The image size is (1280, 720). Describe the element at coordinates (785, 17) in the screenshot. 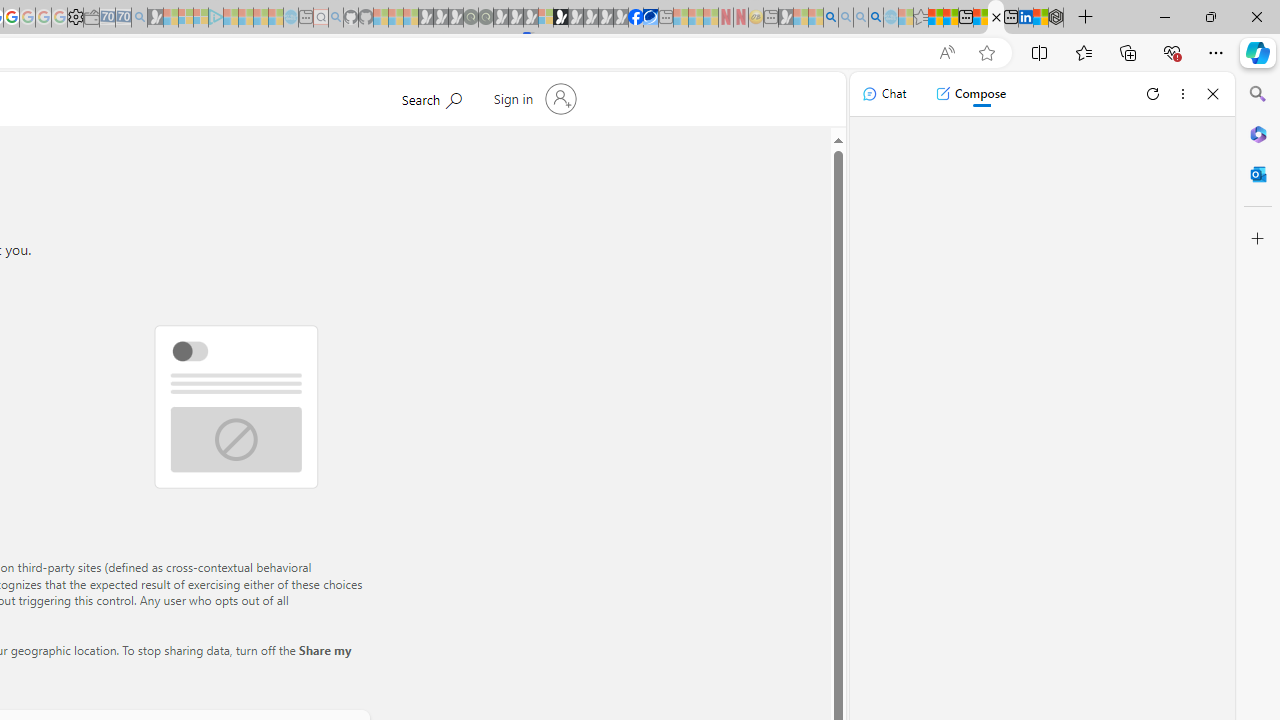

I see `'MSN - Sleeping'` at that location.